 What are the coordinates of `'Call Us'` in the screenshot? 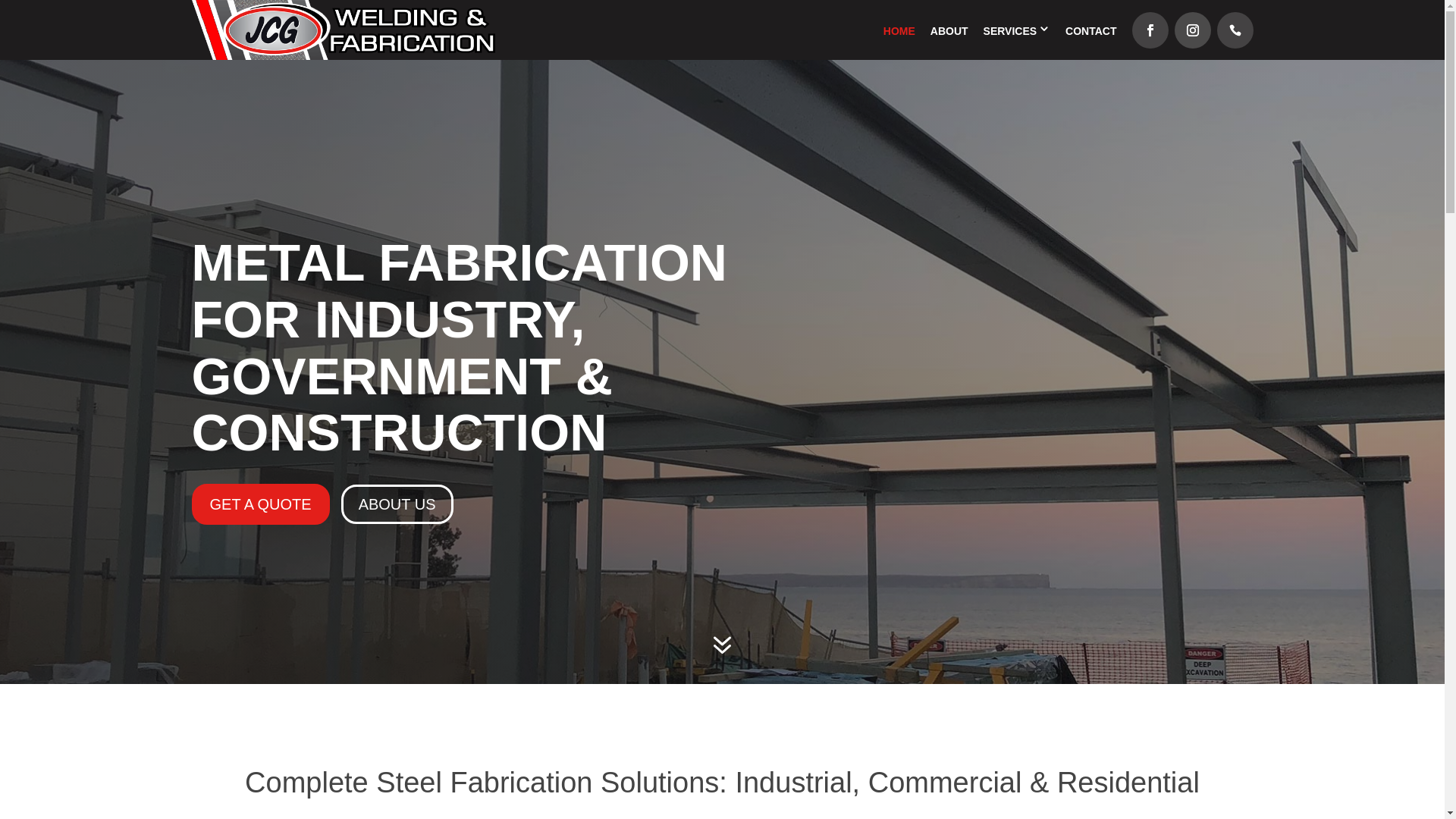 It's located at (1234, 30).